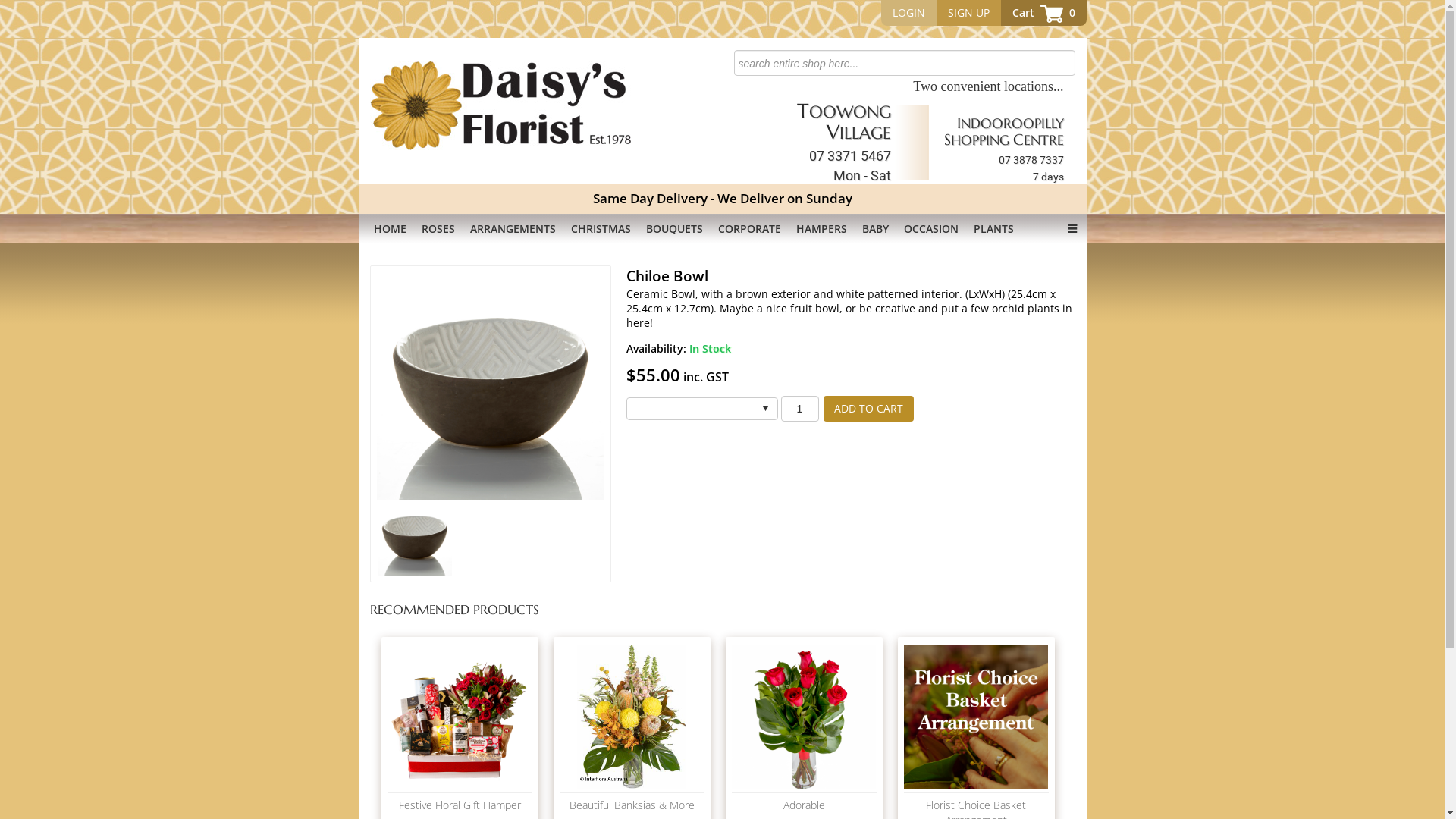  I want to click on 'LOGIN', so click(908, 12).